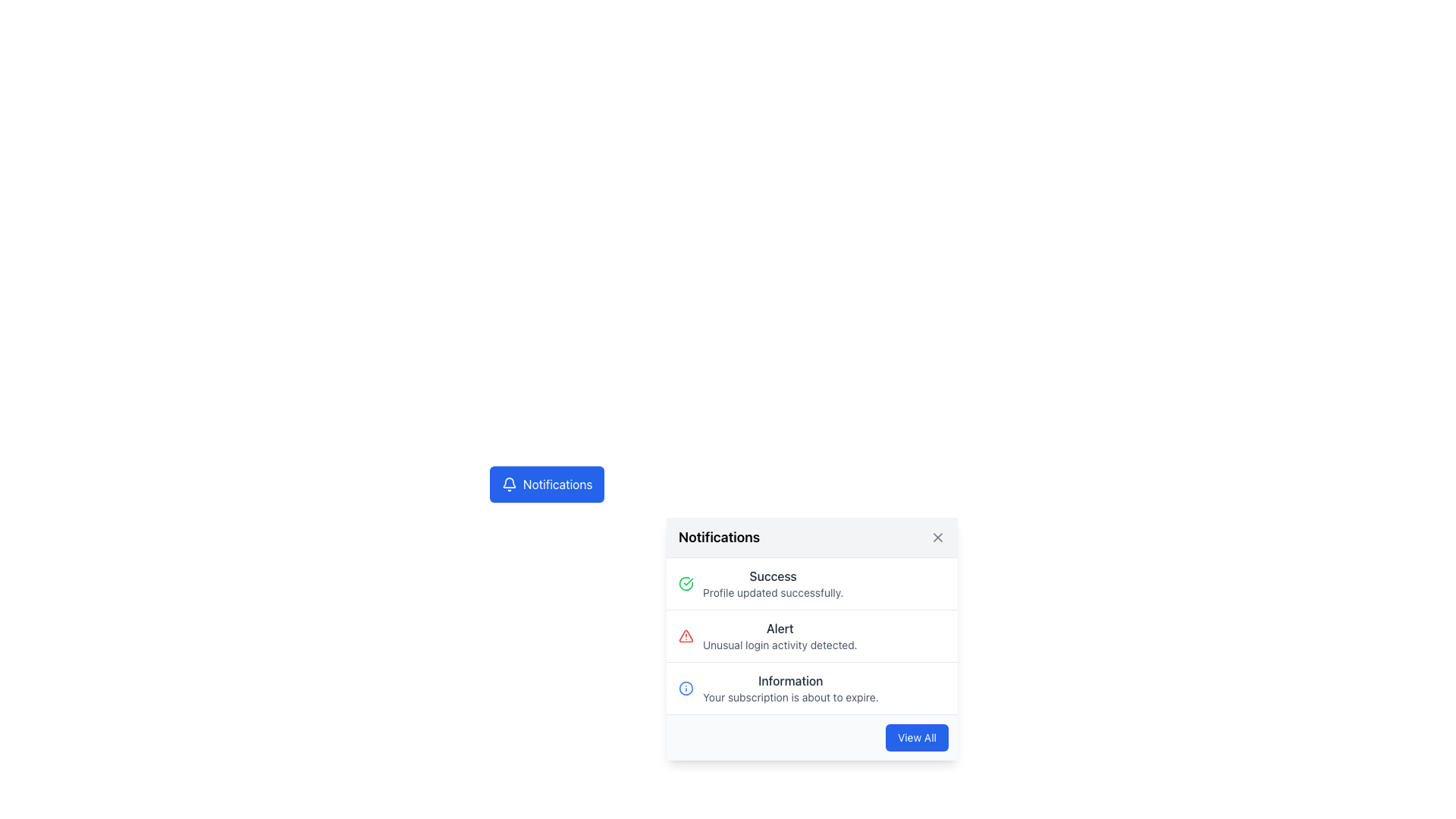 This screenshot has height=819, width=1456. What do you see at coordinates (780, 636) in the screenshot?
I see `alert message displayed in the notification entry with the header 'Alert' indicating unusual login activity detected` at bounding box center [780, 636].